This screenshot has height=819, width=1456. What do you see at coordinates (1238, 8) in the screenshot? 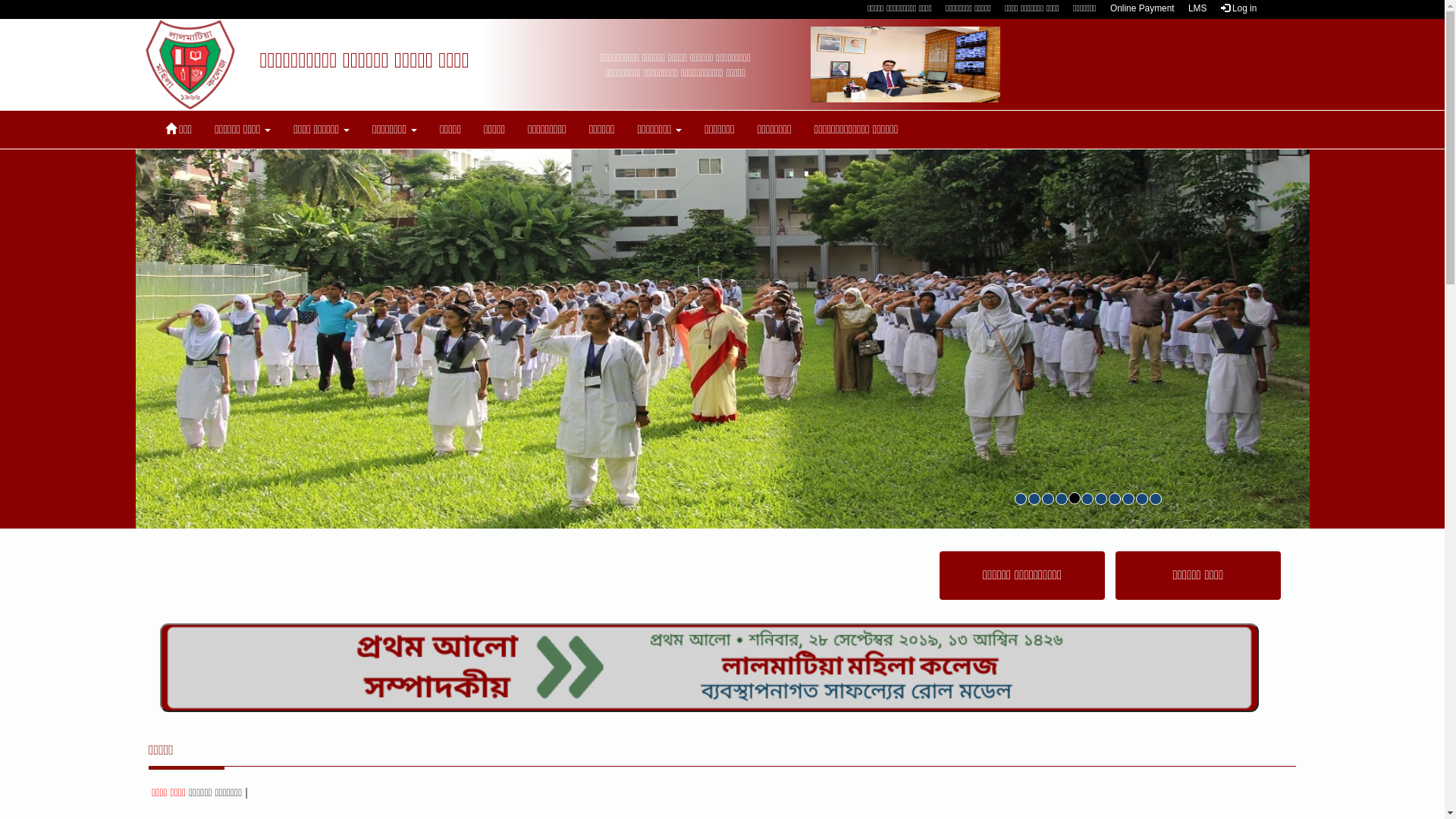
I see `'Log in'` at bounding box center [1238, 8].